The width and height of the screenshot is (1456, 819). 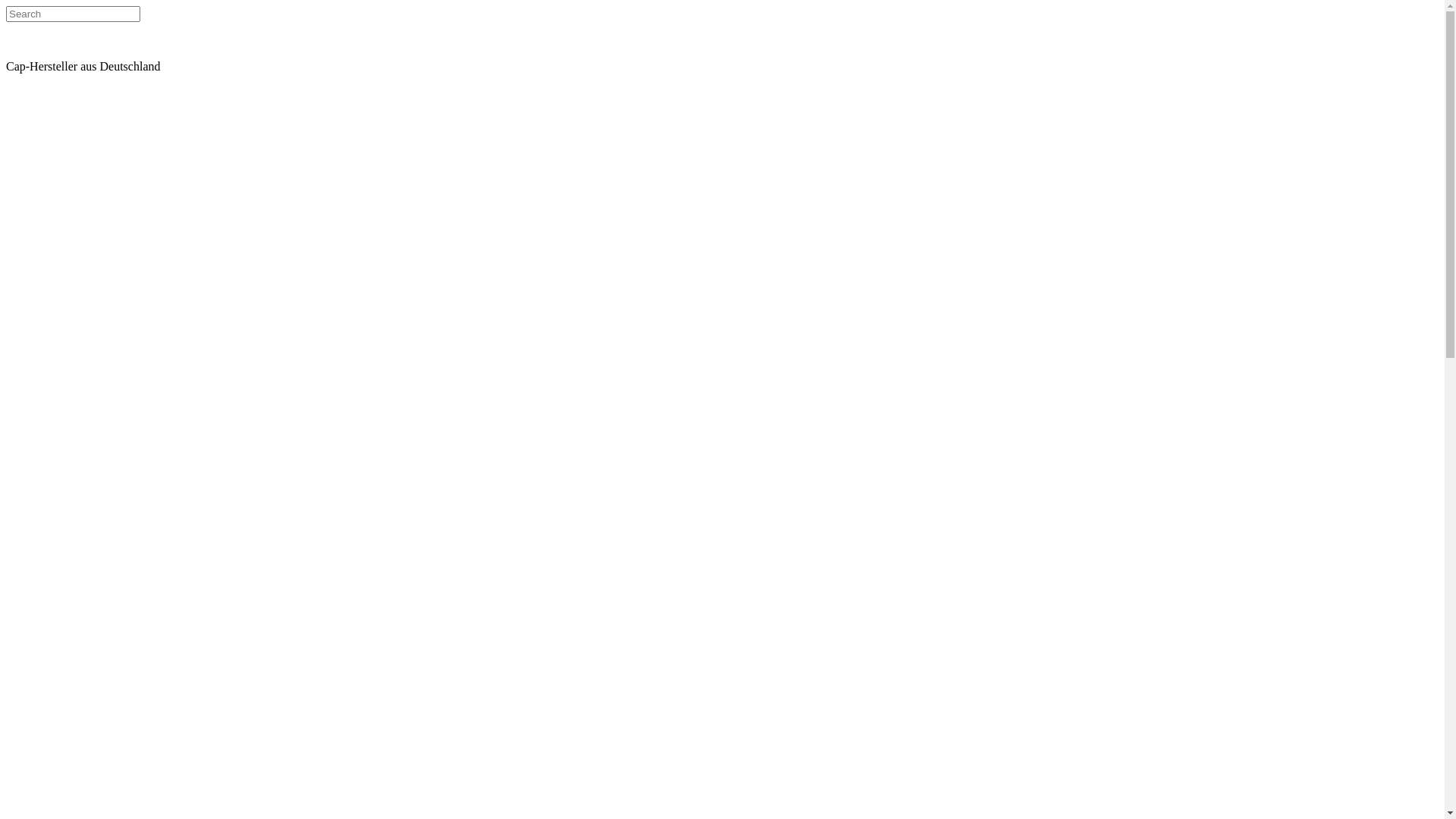 What do you see at coordinates (58, 52) in the screenshot?
I see `'indicap.cc'` at bounding box center [58, 52].